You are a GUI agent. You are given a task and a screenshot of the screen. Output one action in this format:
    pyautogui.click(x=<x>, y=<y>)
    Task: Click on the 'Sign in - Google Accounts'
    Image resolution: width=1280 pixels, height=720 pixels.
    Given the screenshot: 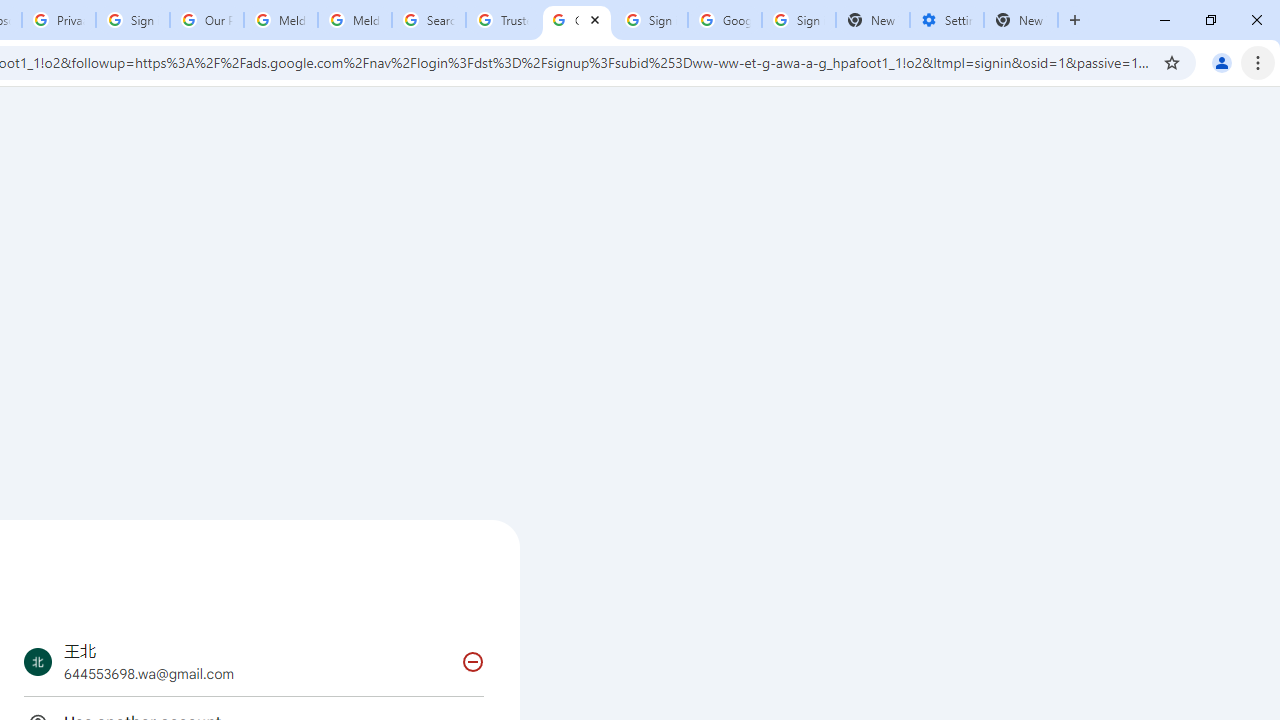 What is the action you would take?
    pyautogui.click(x=797, y=20)
    